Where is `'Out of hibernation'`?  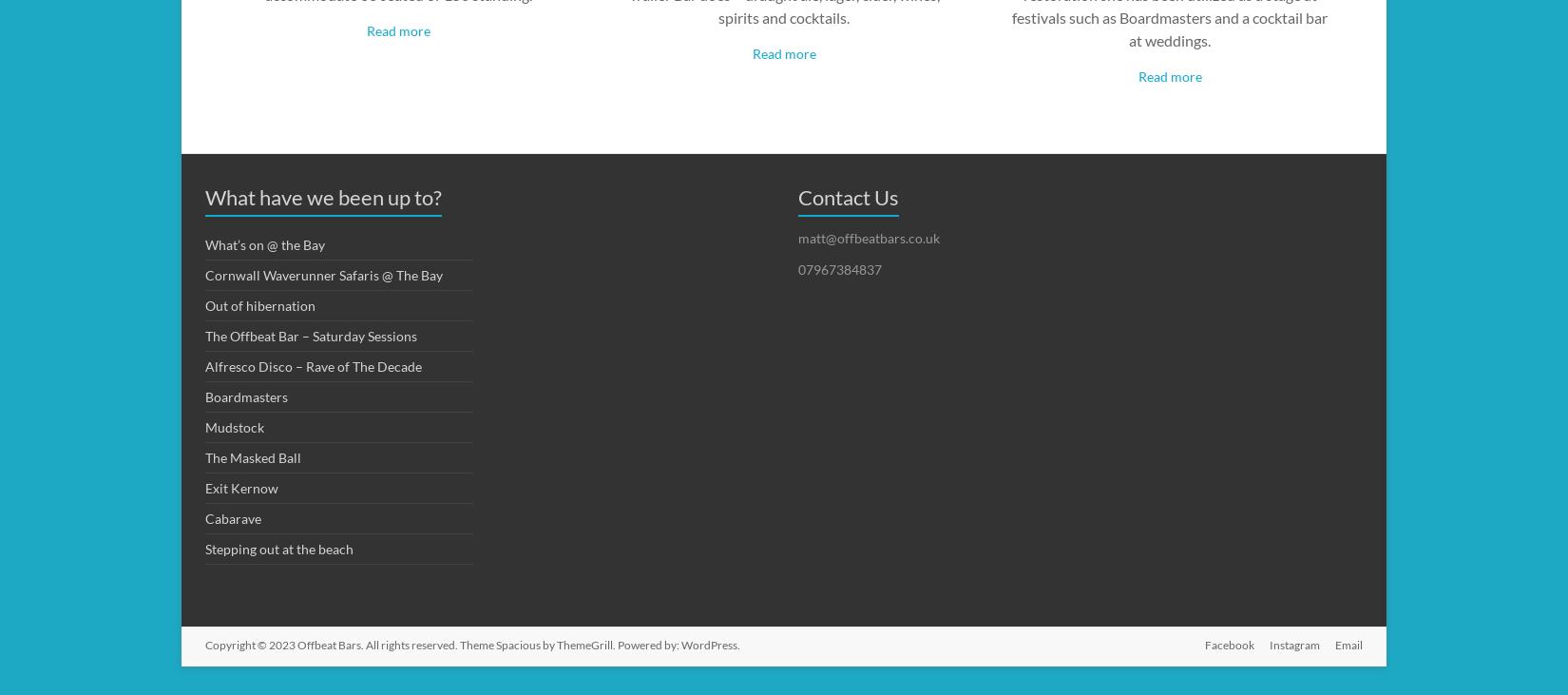 'Out of hibernation' is located at coordinates (204, 303).